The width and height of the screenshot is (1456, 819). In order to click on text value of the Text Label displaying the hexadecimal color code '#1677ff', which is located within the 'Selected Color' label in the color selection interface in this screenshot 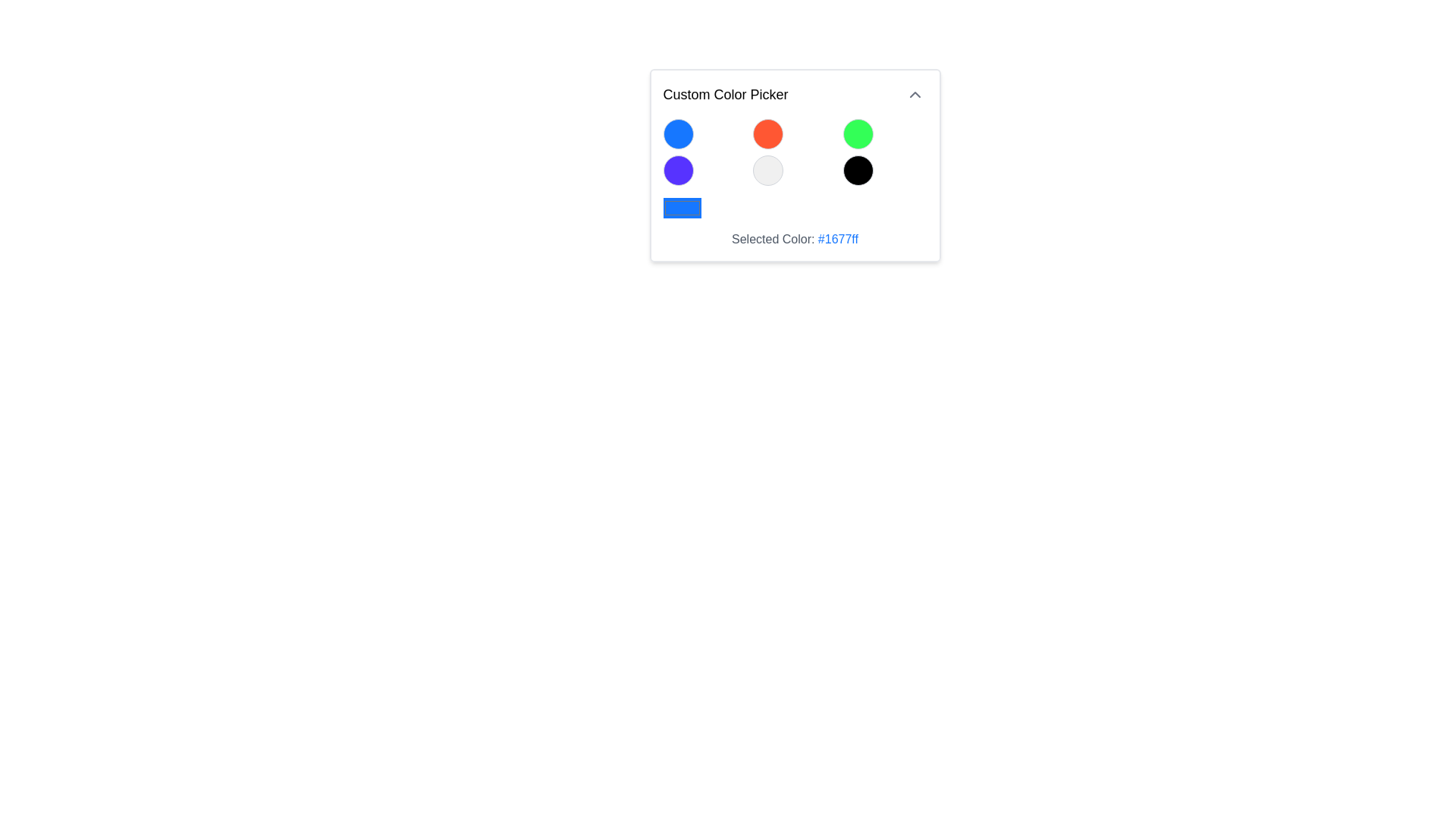, I will do `click(837, 239)`.